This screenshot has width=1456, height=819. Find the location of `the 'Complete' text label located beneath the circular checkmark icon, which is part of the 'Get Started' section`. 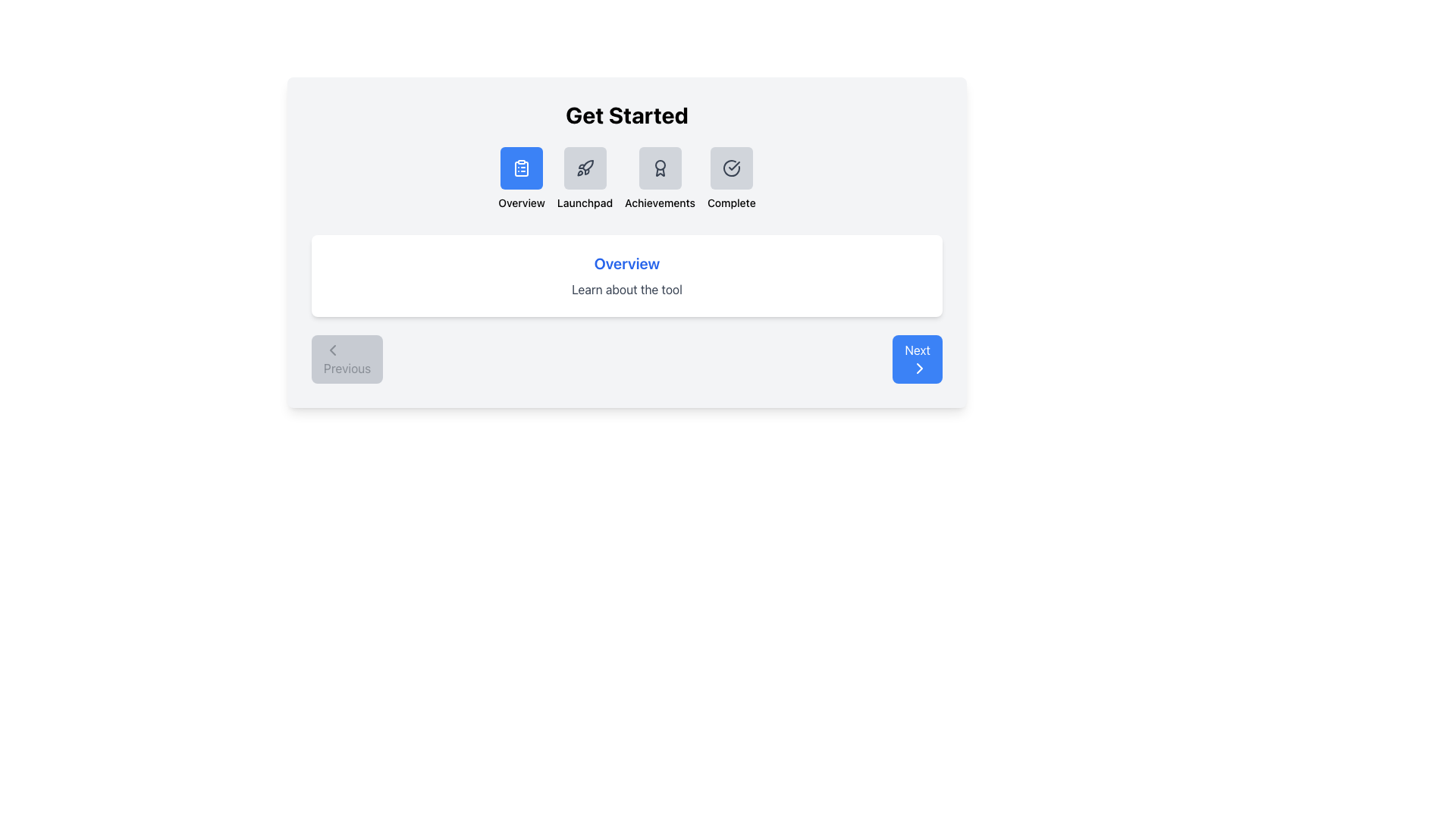

the 'Complete' text label located beneath the circular checkmark icon, which is part of the 'Get Started' section is located at coordinates (731, 202).